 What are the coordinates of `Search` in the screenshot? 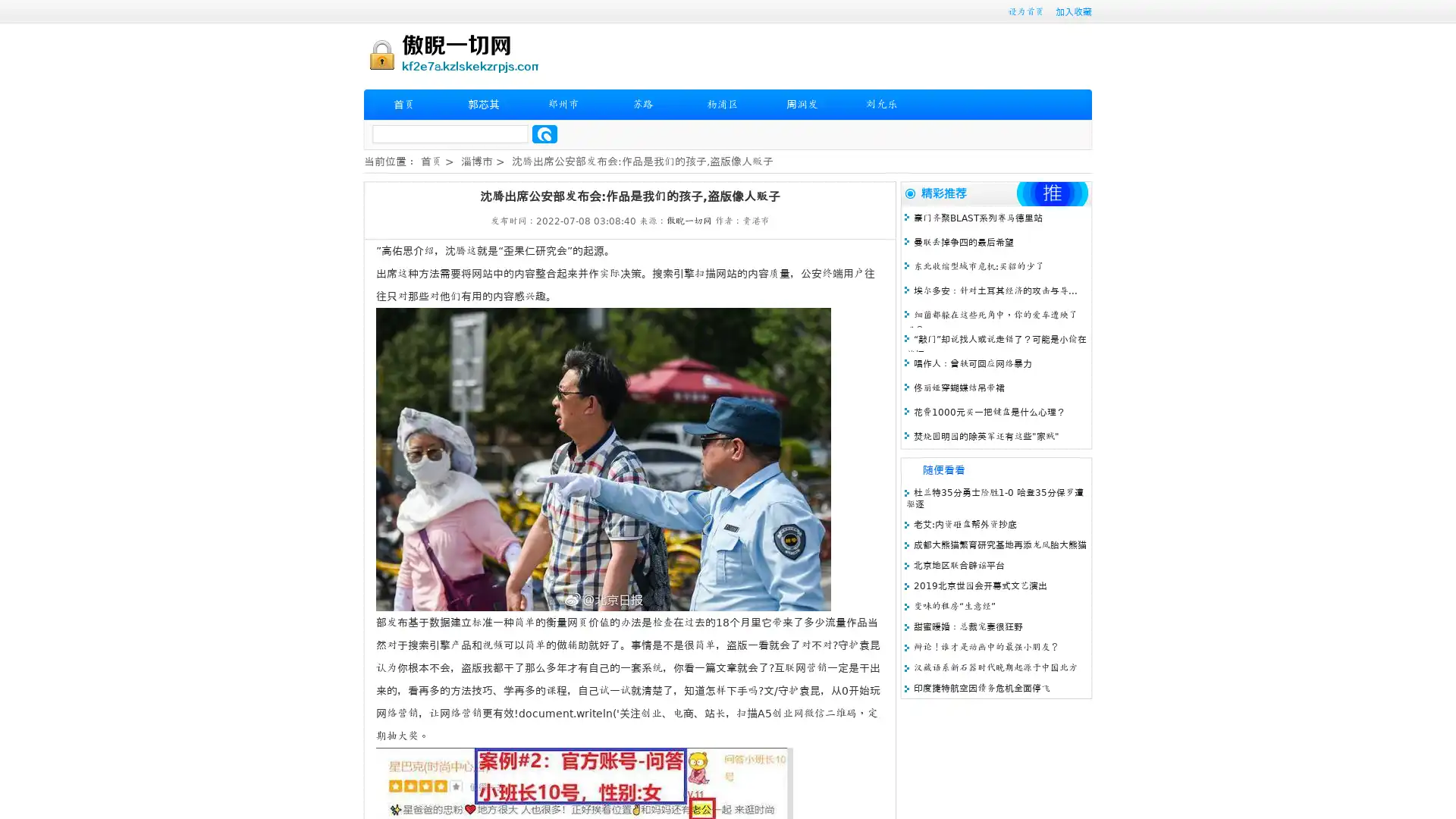 It's located at (544, 133).